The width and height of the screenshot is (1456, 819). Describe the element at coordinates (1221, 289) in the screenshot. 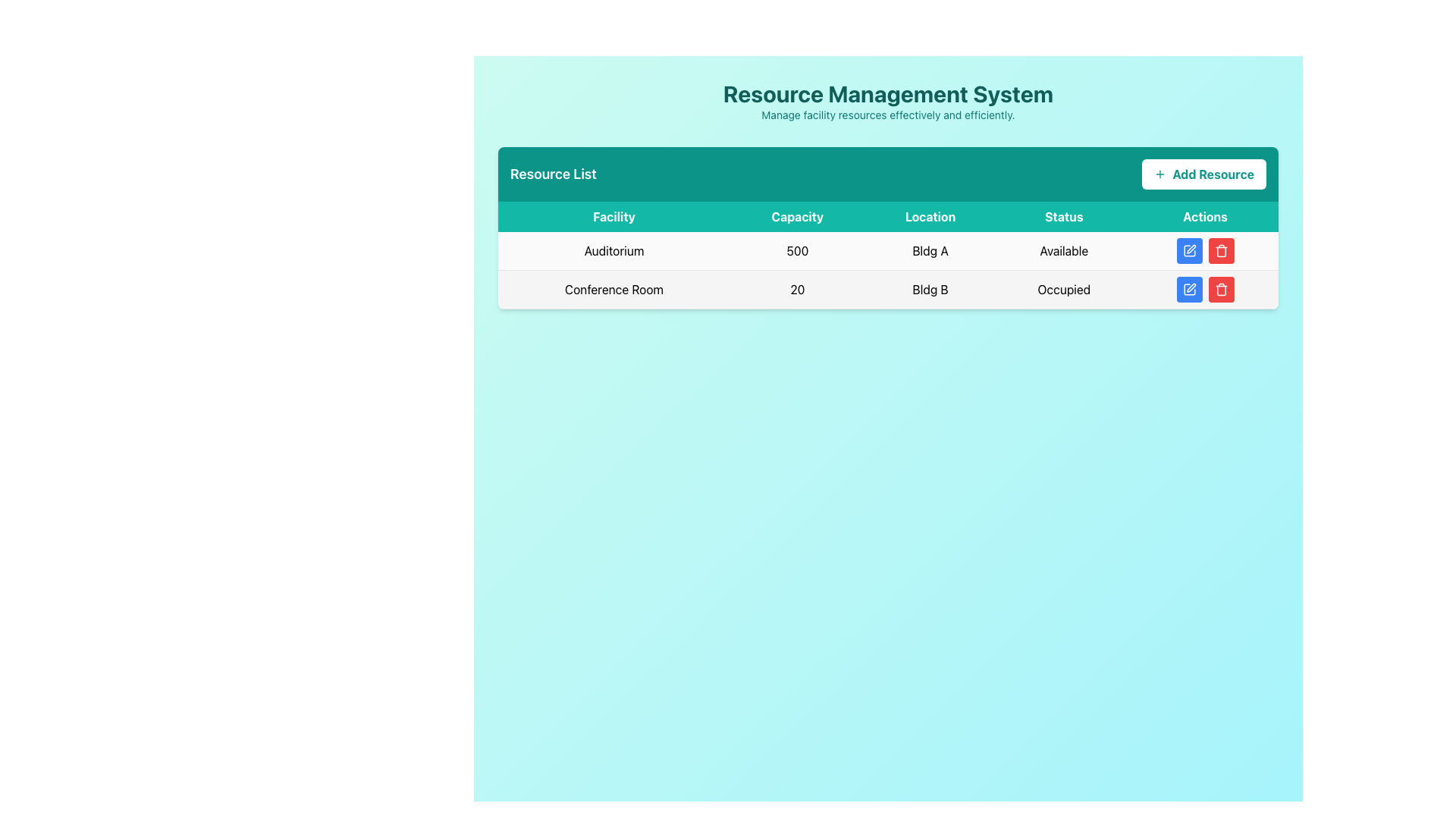

I see `the trash icon located on the rightmost side of the 'Actions' column in the second row of the table` at that location.